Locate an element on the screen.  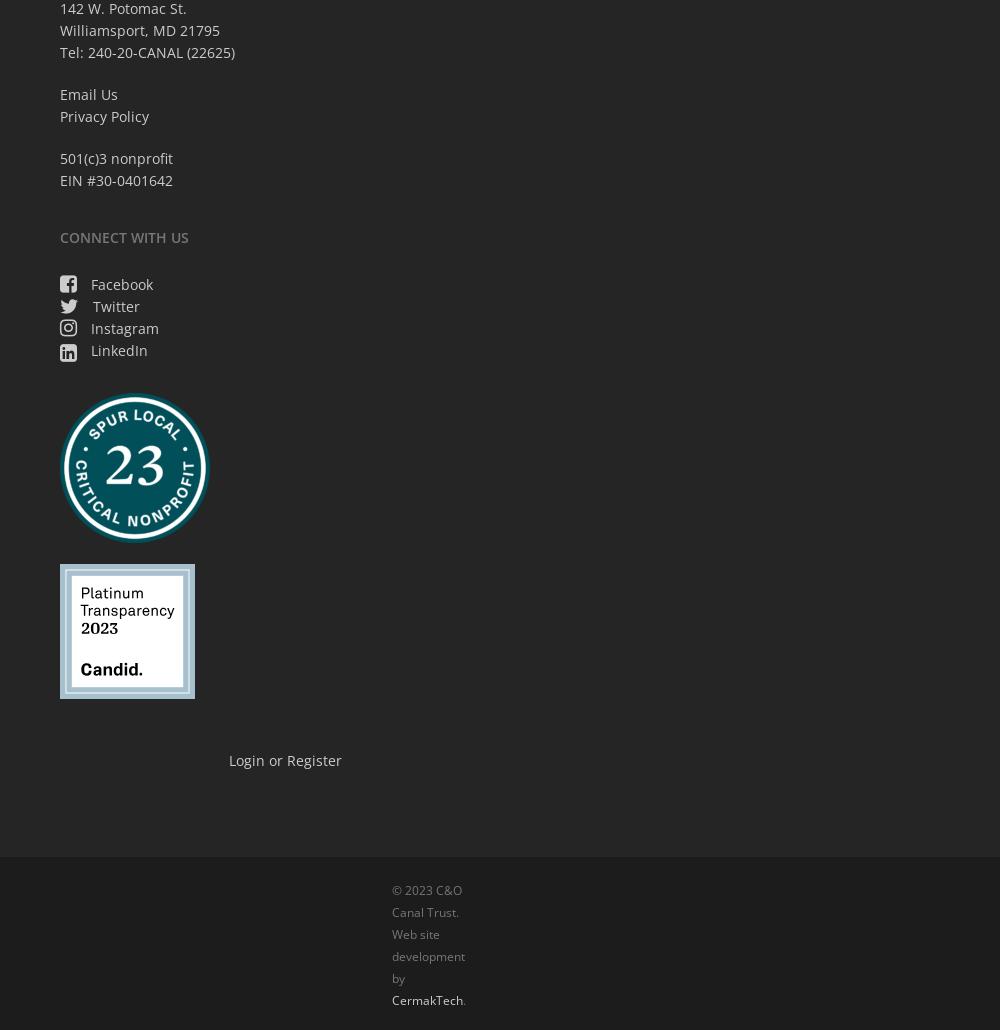
'Register' is located at coordinates (312, 759).